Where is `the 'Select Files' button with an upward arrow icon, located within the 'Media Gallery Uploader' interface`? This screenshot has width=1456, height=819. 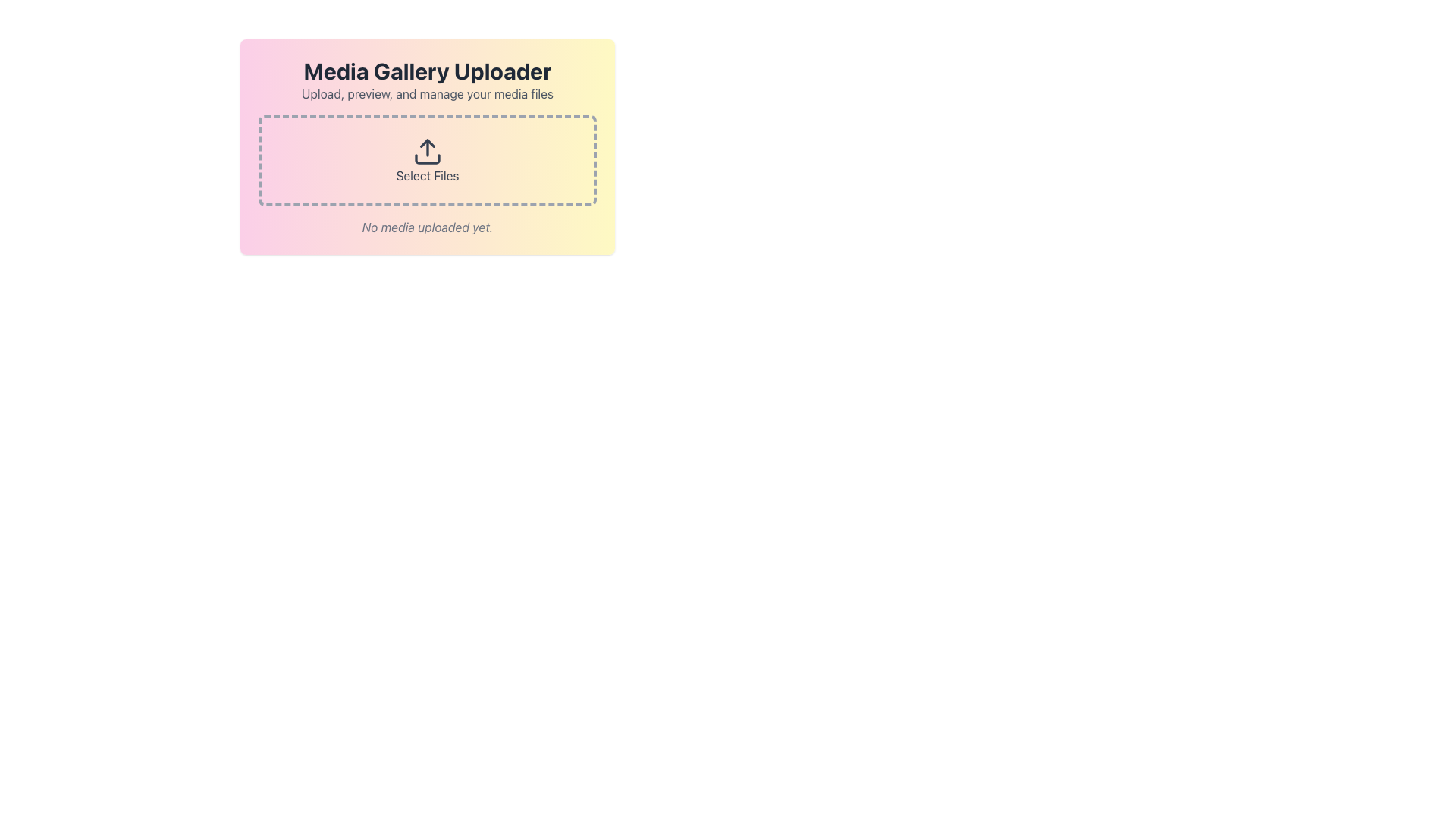 the 'Select Files' button with an upward arrow icon, located within the 'Media Gallery Uploader' interface is located at coordinates (427, 161).